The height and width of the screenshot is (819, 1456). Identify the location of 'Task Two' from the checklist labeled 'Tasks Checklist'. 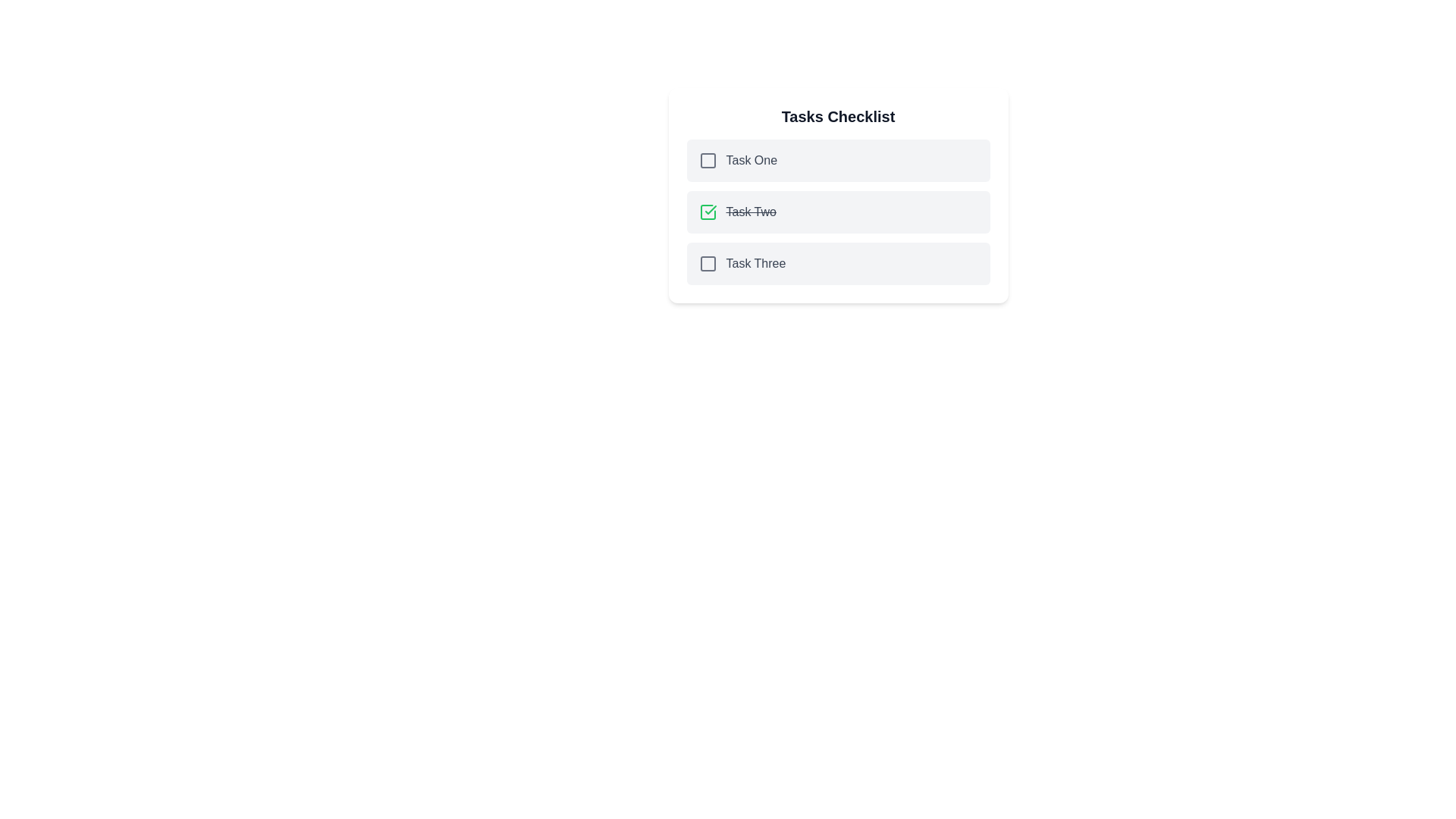
(837, 195).